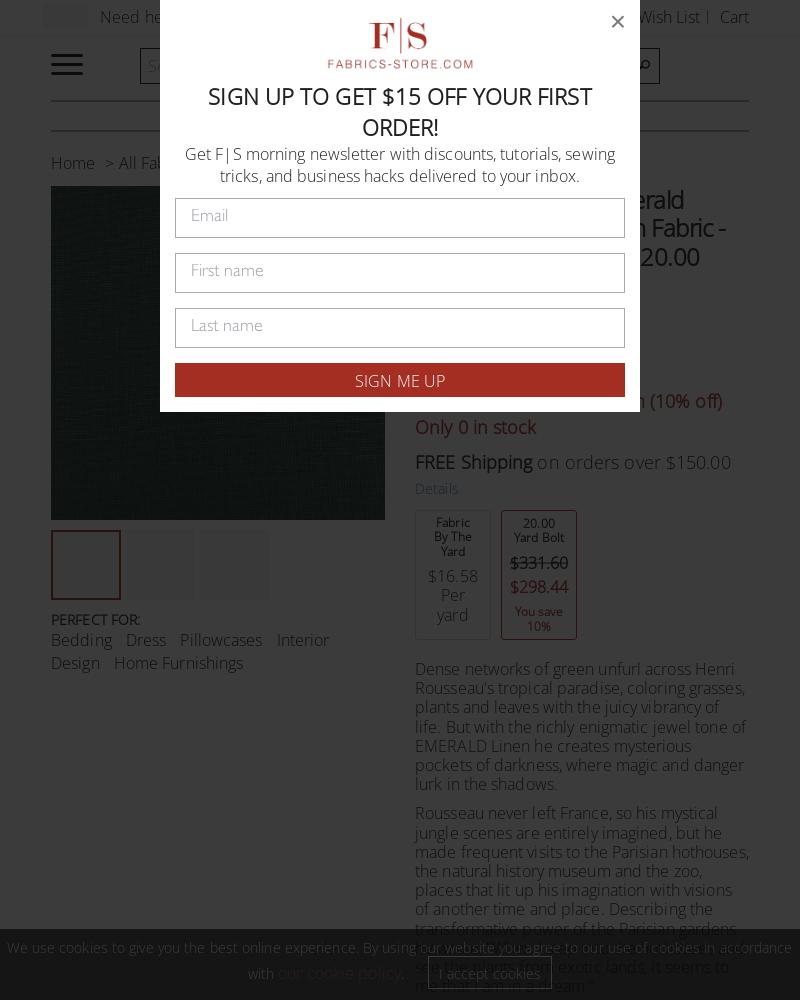 The height and width of the screenshot is (1004, 800). Describe the element at coordinates (451, 574) in the screenshot. I see `'$16.58'` at that location.